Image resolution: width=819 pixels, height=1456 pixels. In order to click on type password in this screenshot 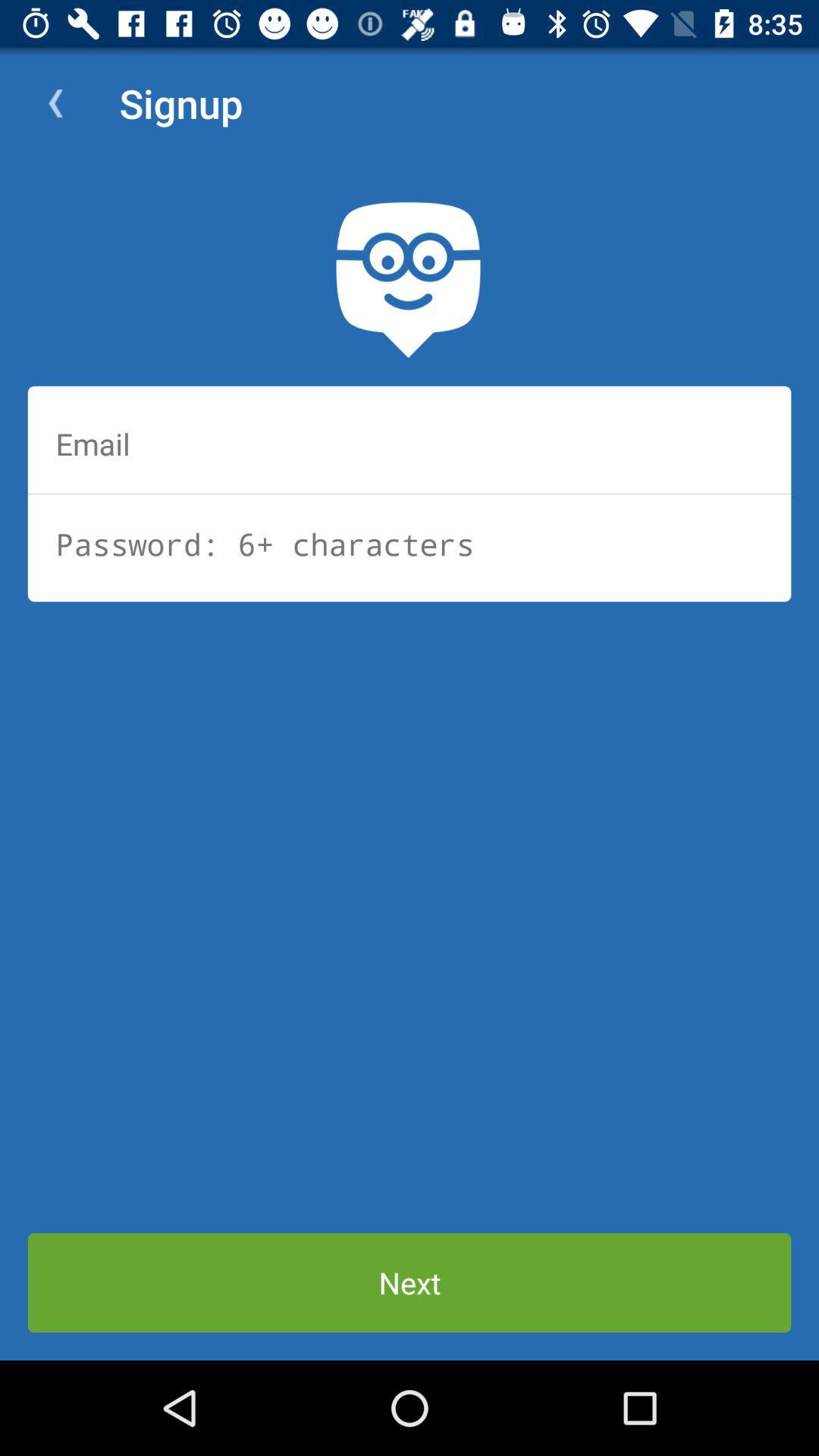, I will do `click(409, 544)`.